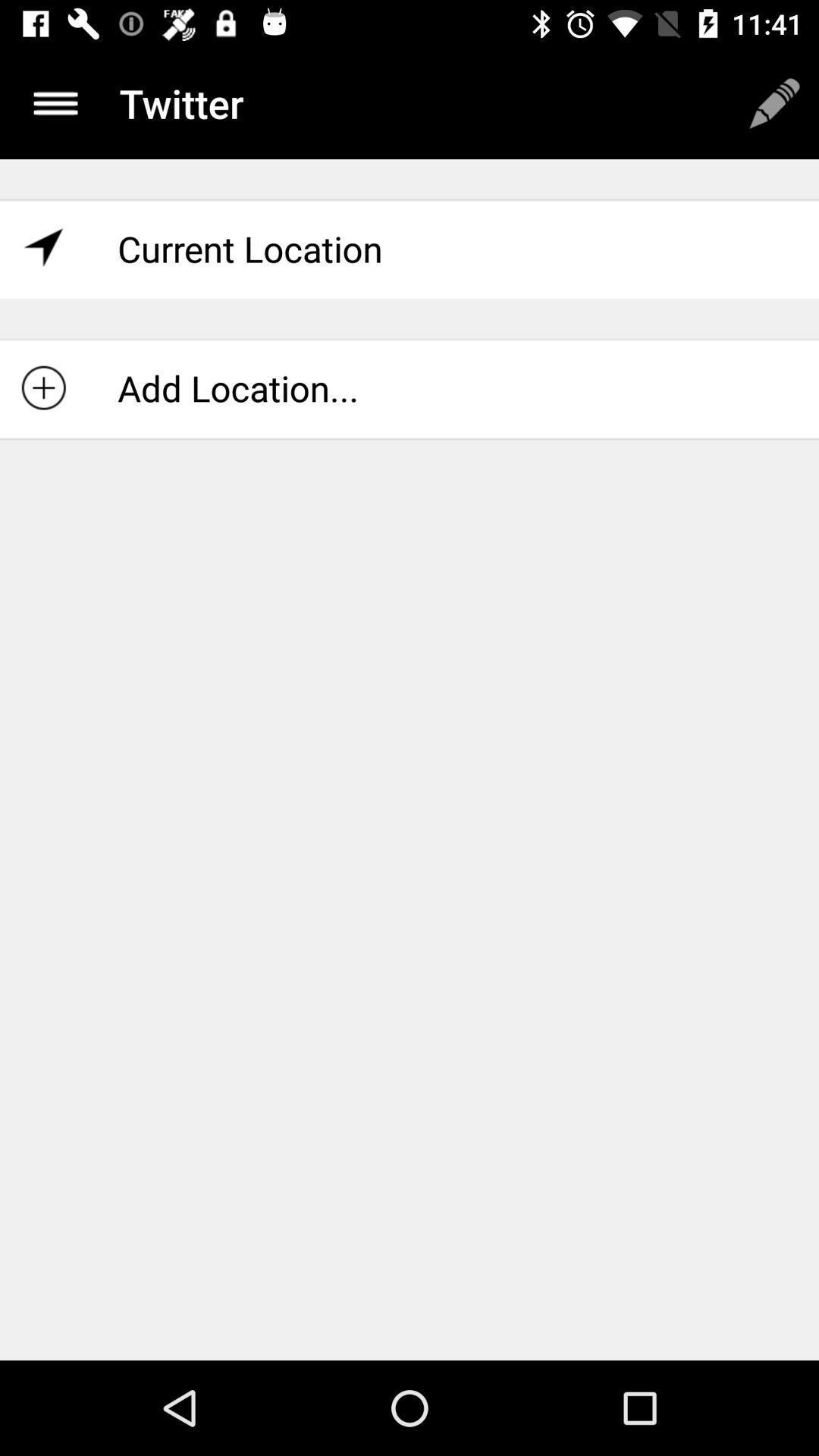 Image resolution: width=819 pixels, height=1456 pixels. What do you see at coordinates (55, 102) in the screenshot?
I see `app to the left of the twitter app` at bounding box center [55, 102].